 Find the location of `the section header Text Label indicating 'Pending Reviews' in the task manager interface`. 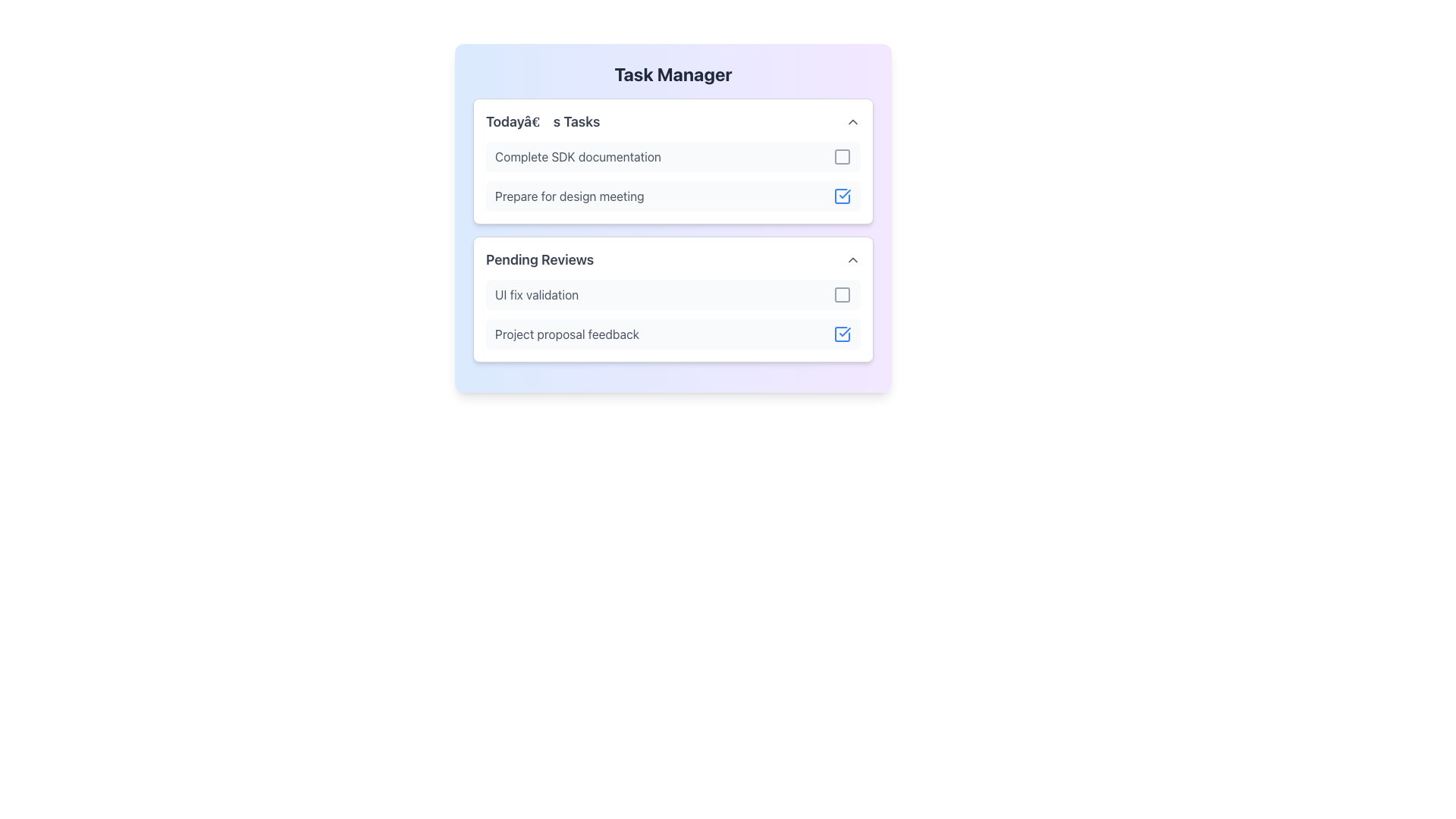

the section header Text Label indicating 'Pending Reviews' in the task manager interface is located at coordinates (540, 259).